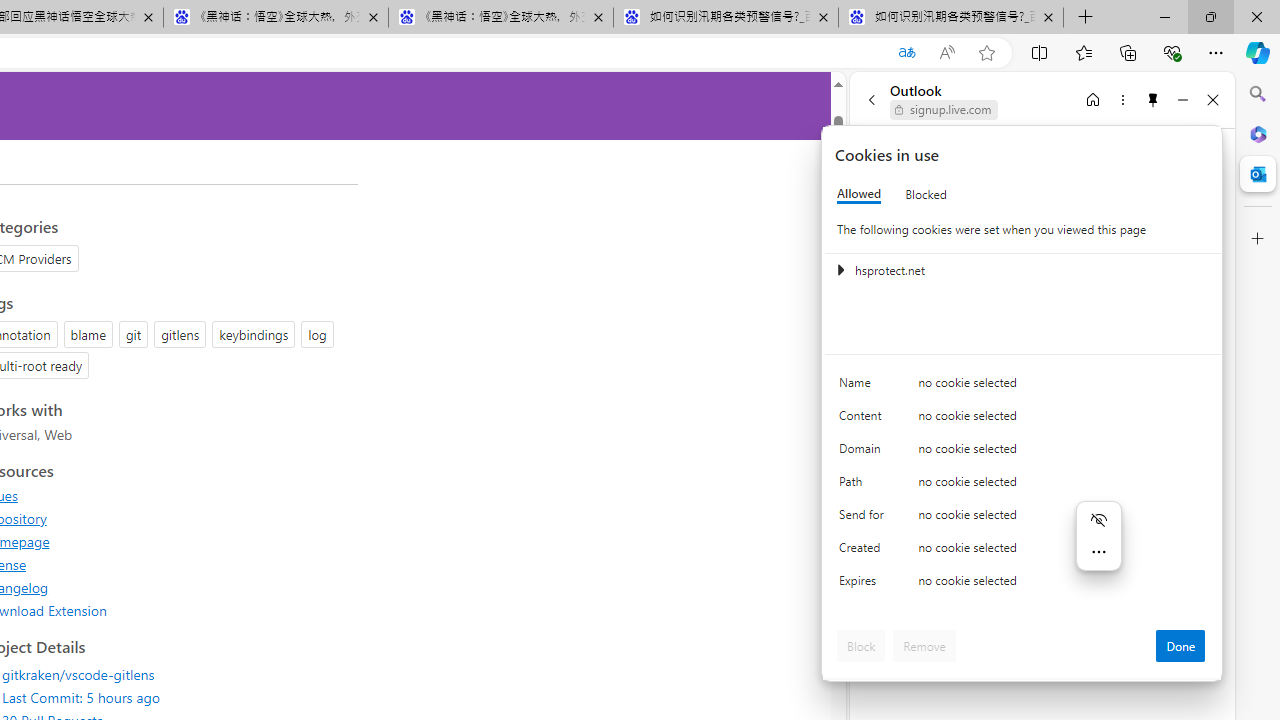  I want to click on 'Send for', so click(865, 518).